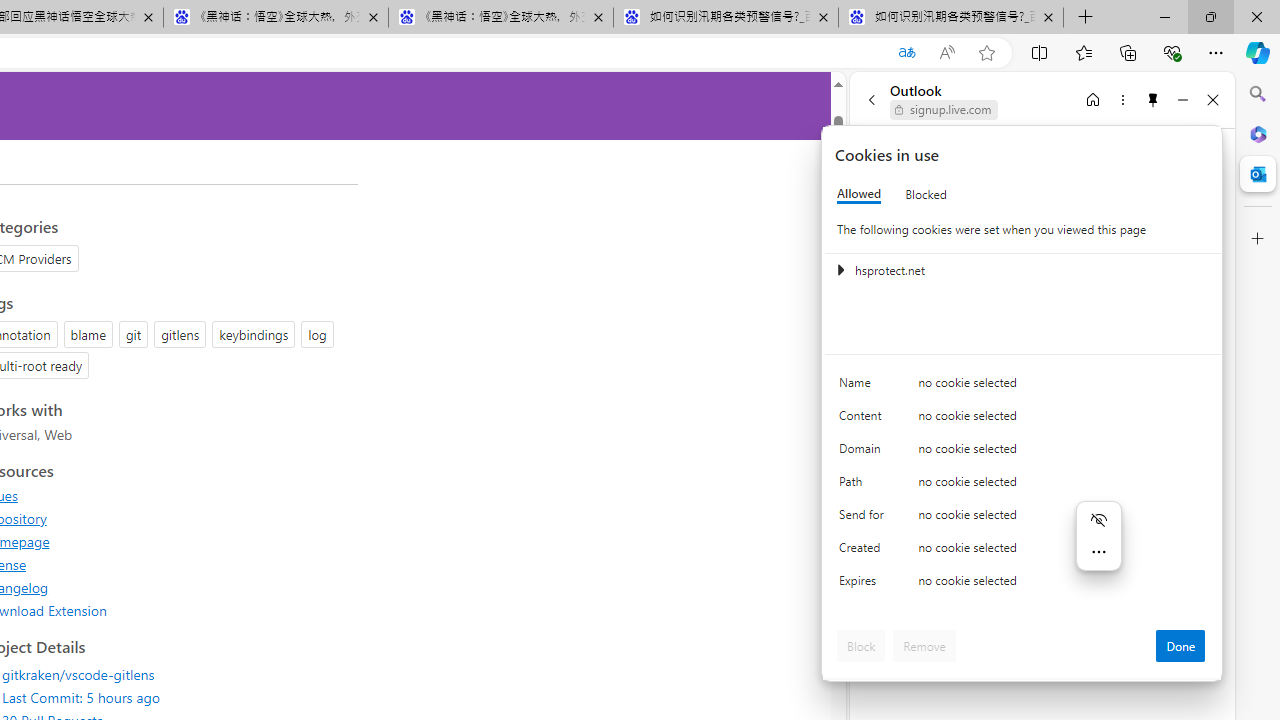  I want to click on 'Send for', so click(865, 518).